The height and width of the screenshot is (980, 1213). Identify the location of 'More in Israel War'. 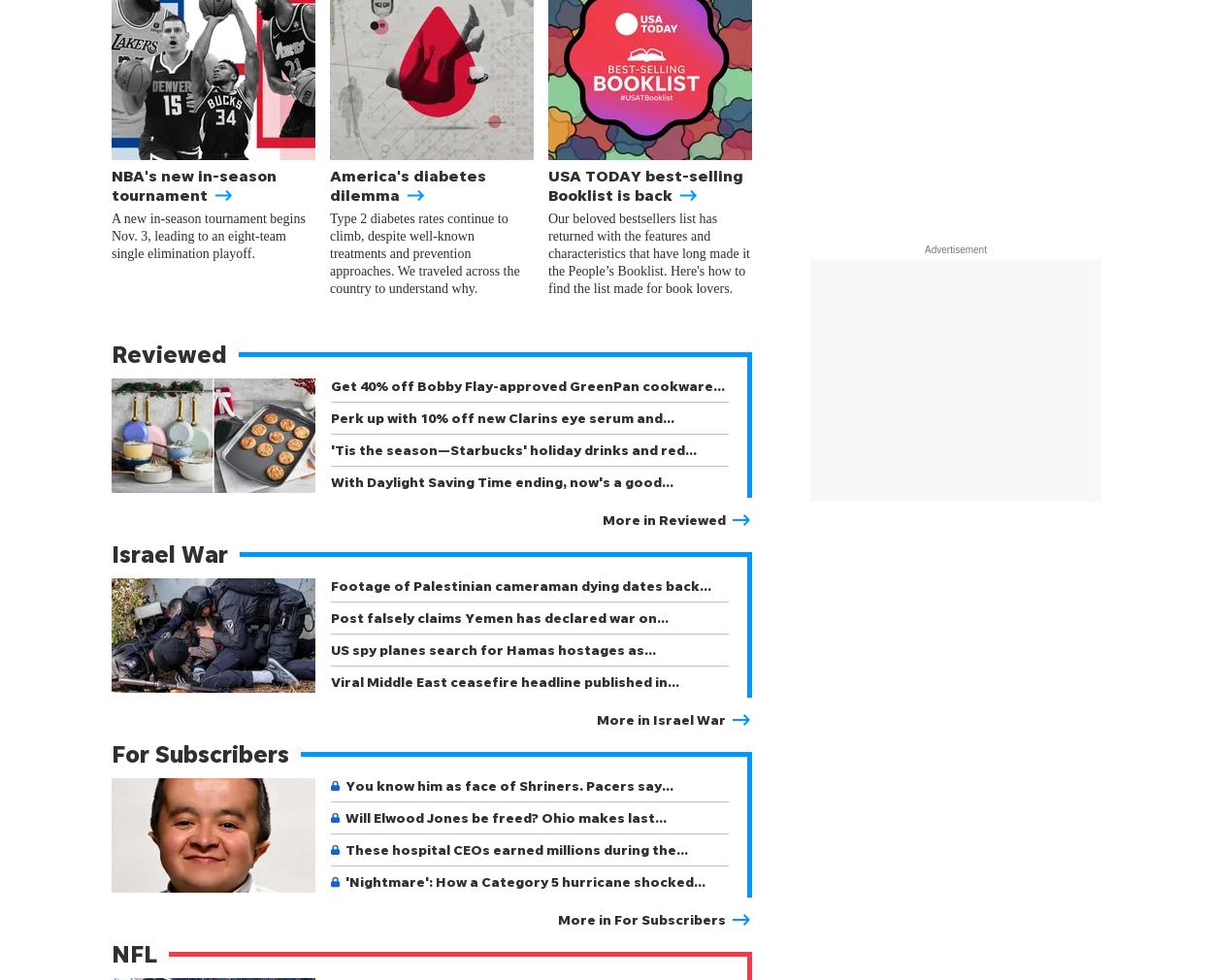
(661, 718).